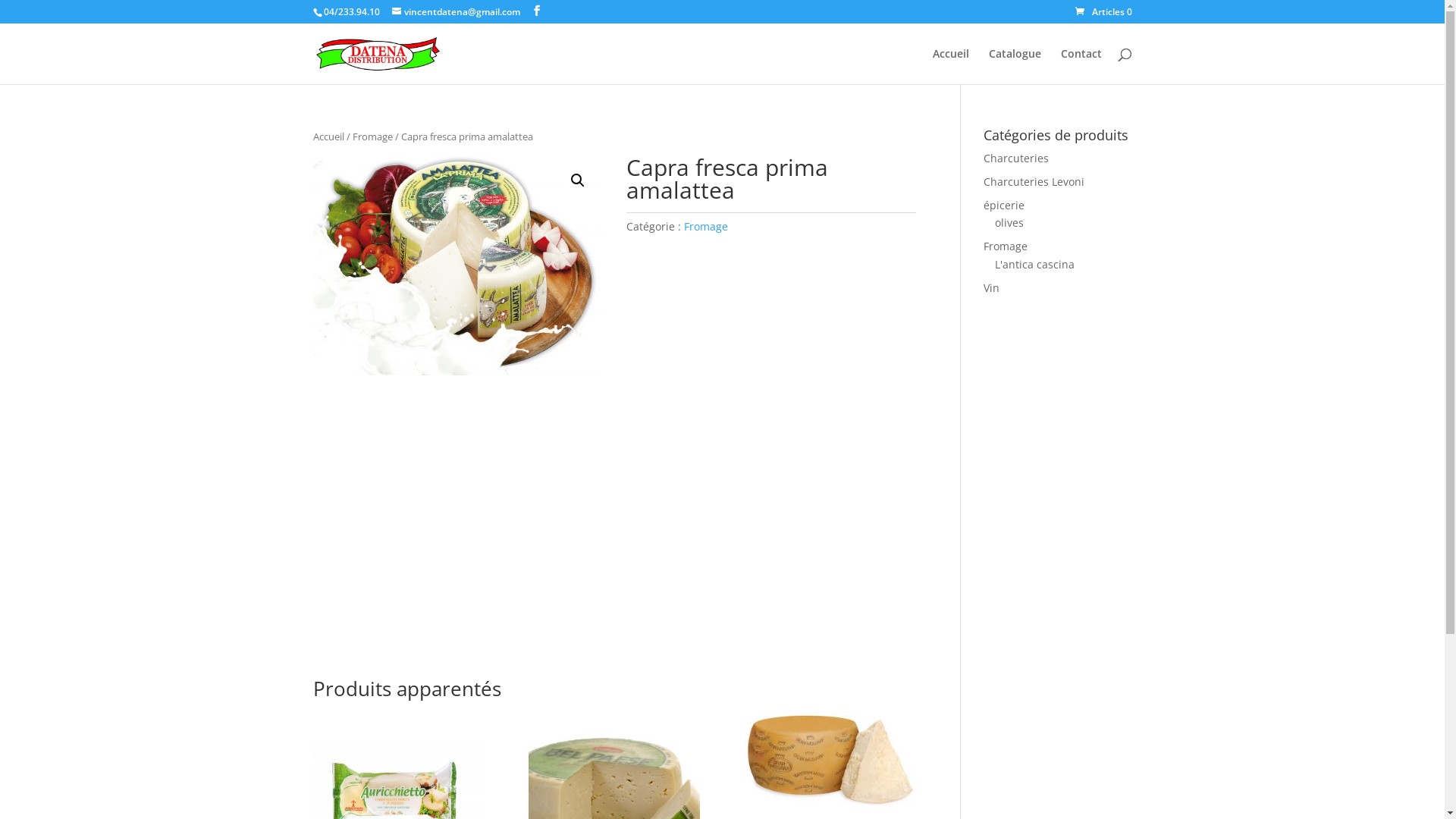 This screenshot has width=1456, height=819. What do you see at coordinates (983, 287) in the screenshot?
I see `'Vin'` at bounding box center [983, 287].